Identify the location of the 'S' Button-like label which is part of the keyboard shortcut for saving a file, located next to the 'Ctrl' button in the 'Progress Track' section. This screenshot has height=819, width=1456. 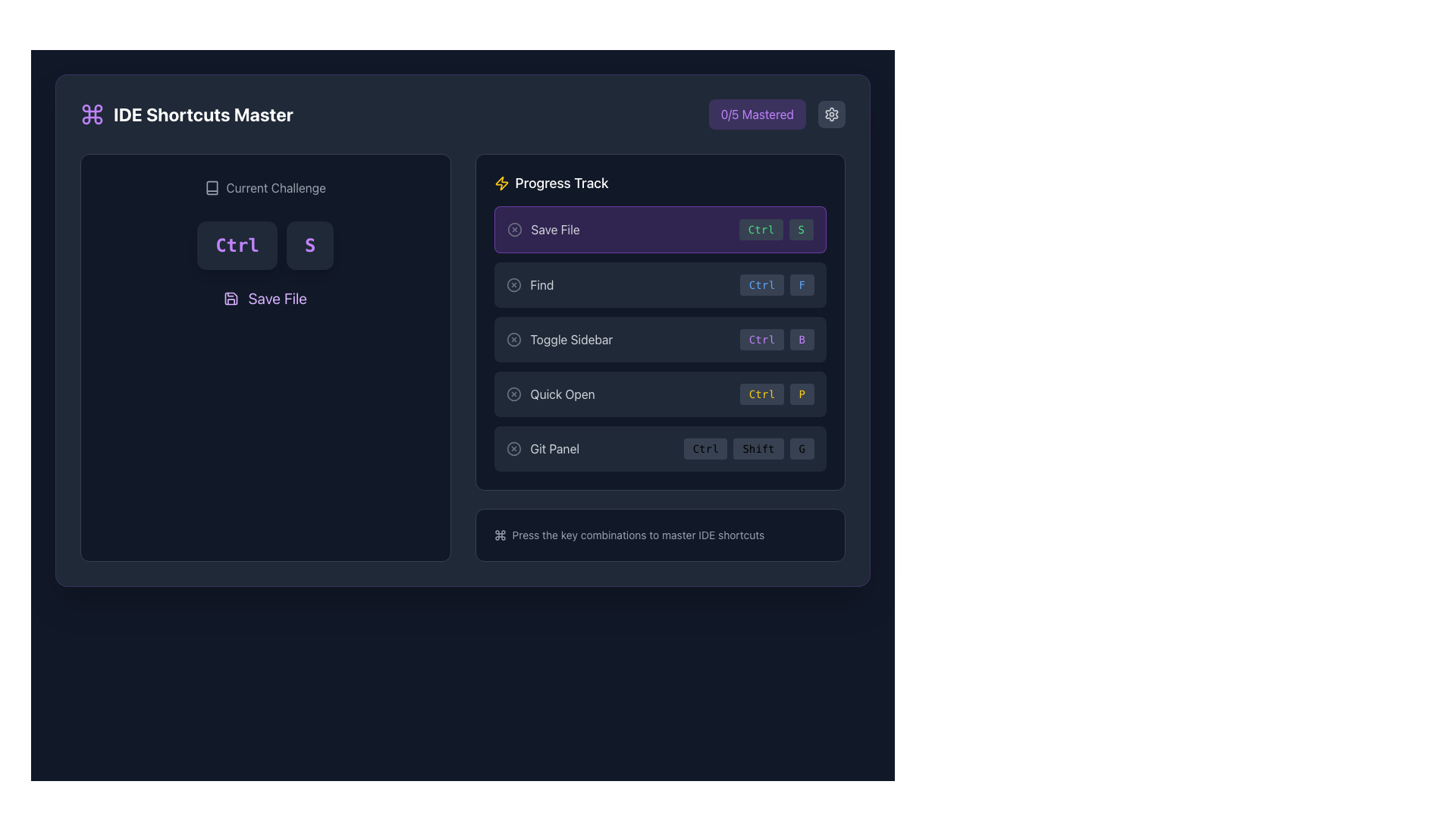
(800, 230).